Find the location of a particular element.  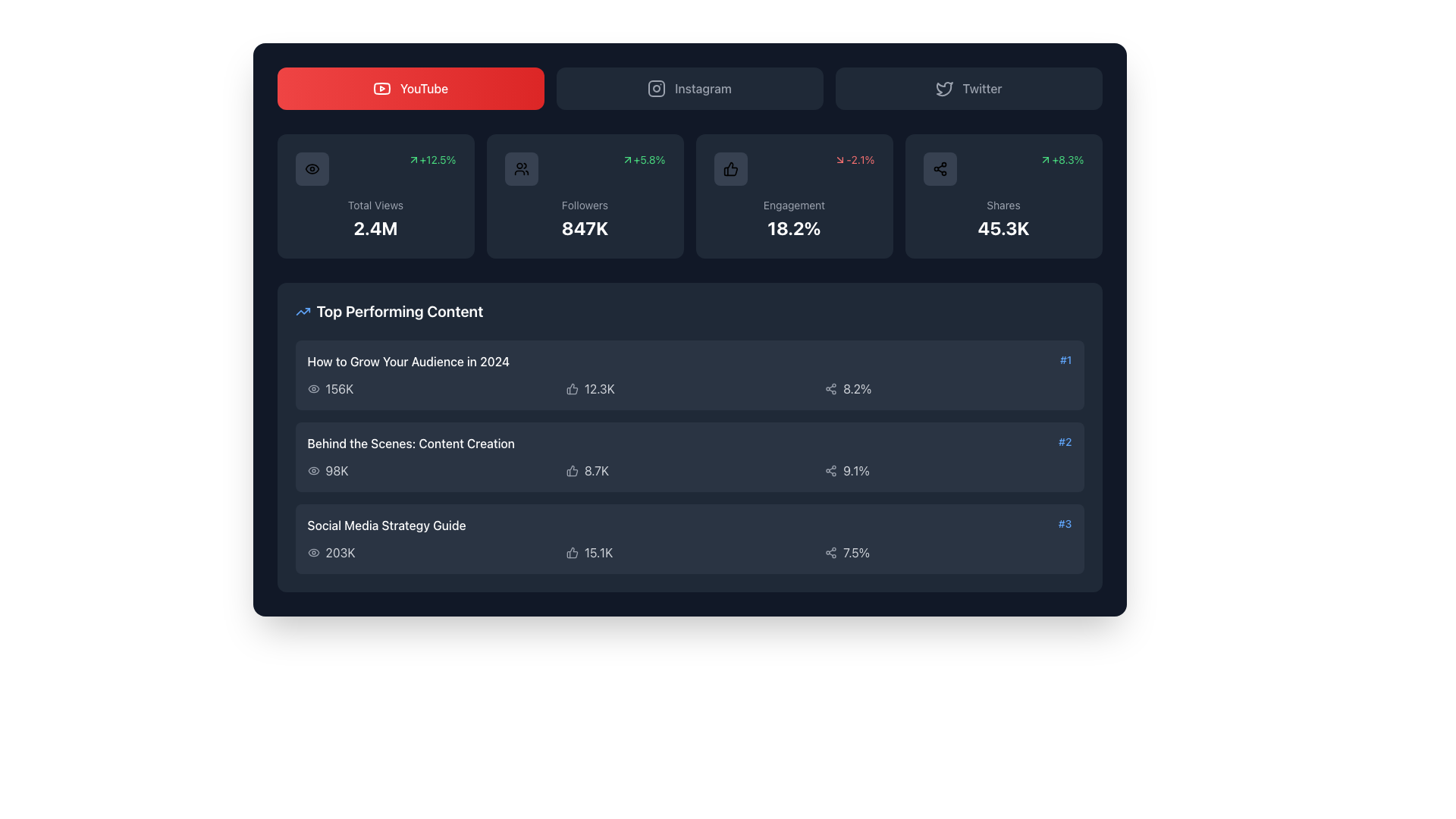

the downward-right arrow icon with a red stroke, which is located next to the text '-2.1%' in the dashboard grid is located at coordinates (839, 160).